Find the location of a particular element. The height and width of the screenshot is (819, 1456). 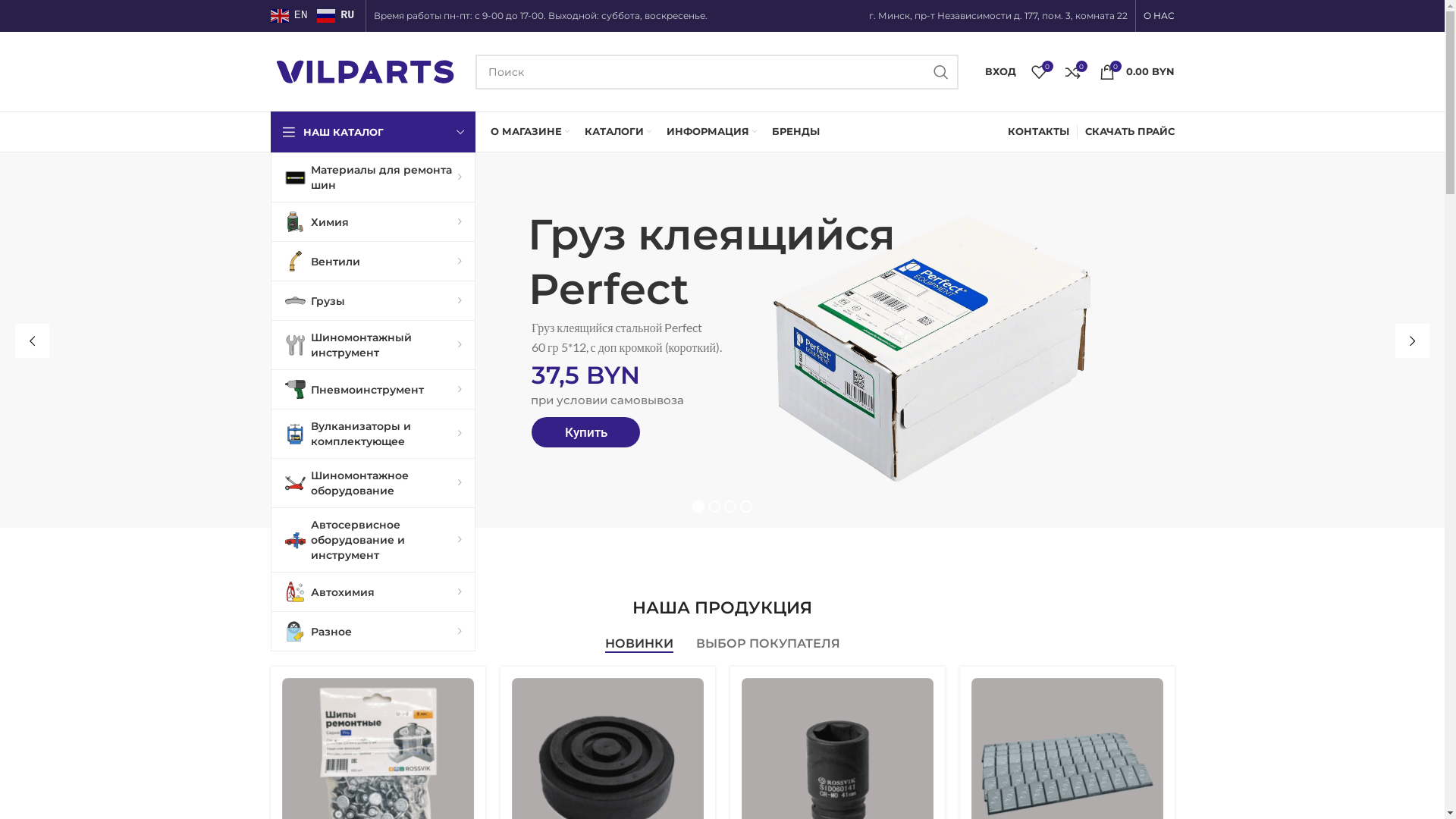

'EN' is located at coordinates (290, 15).